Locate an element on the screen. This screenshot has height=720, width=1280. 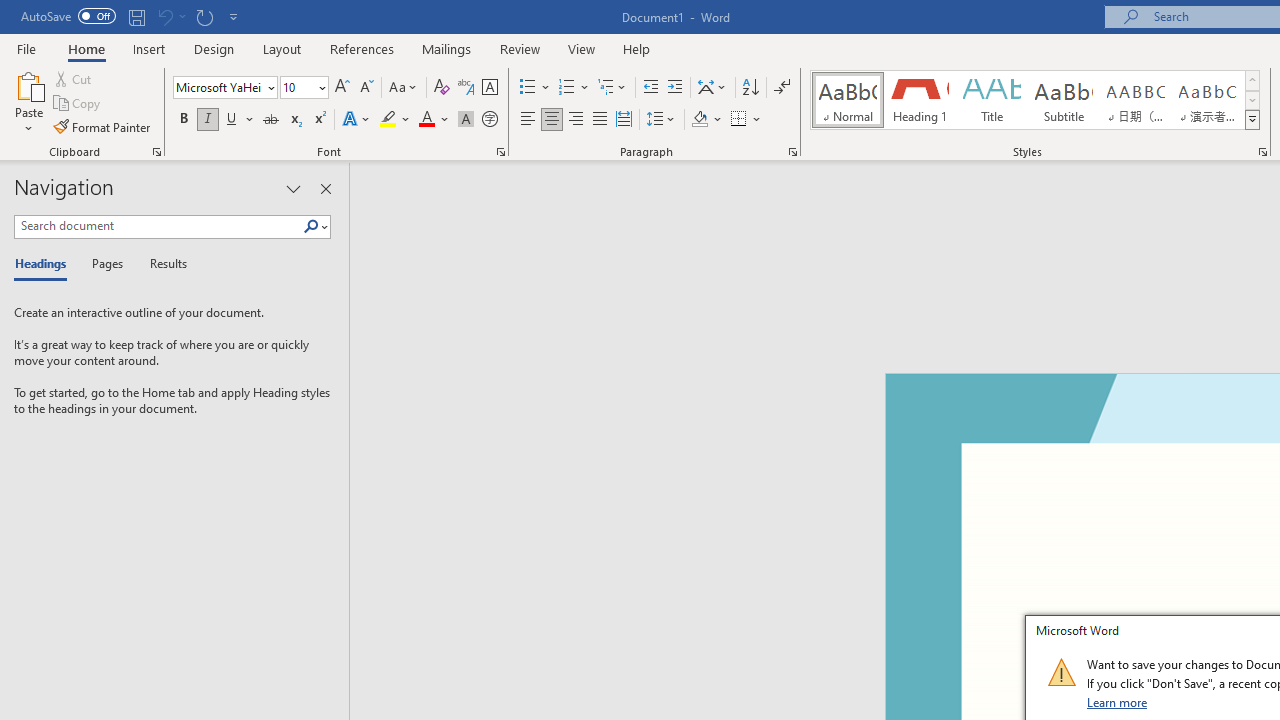
'AutomationID: QuickStylesGallery' is located at coordinates (1036, 100).